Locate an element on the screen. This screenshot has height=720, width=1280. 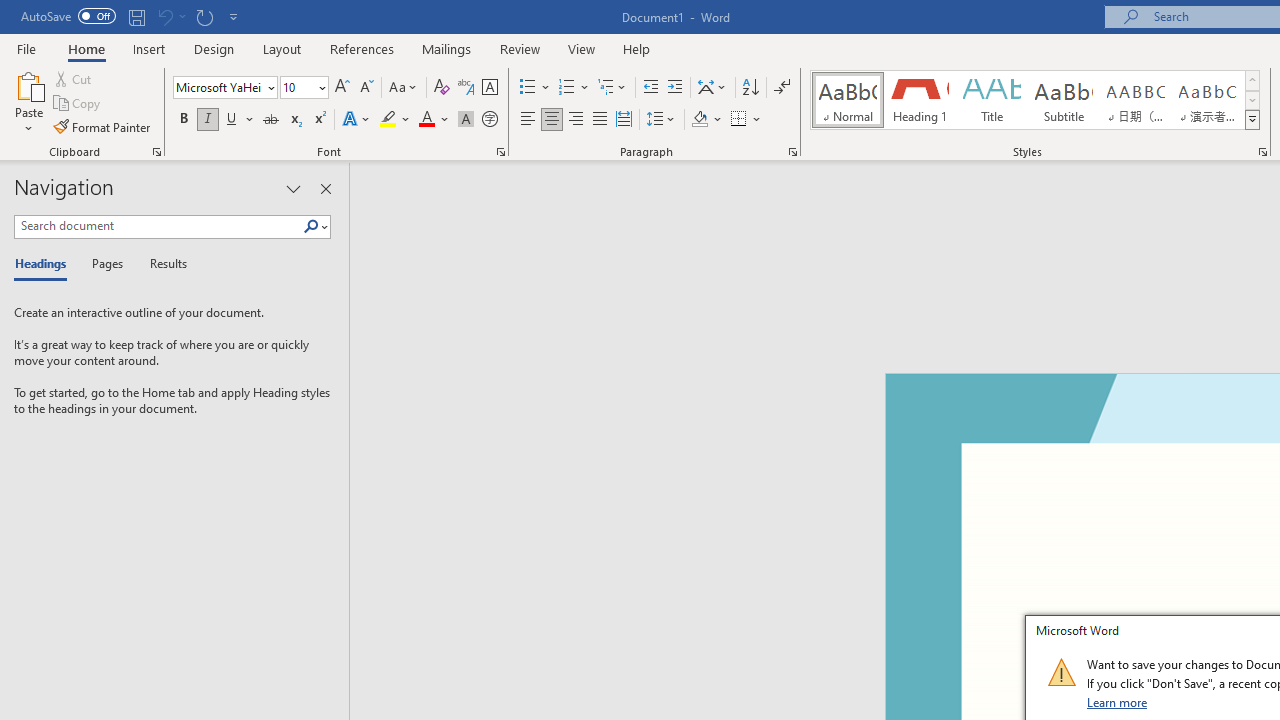
'AutomationID: QuickStylesGallery' is located at coordinates (1036, 100).